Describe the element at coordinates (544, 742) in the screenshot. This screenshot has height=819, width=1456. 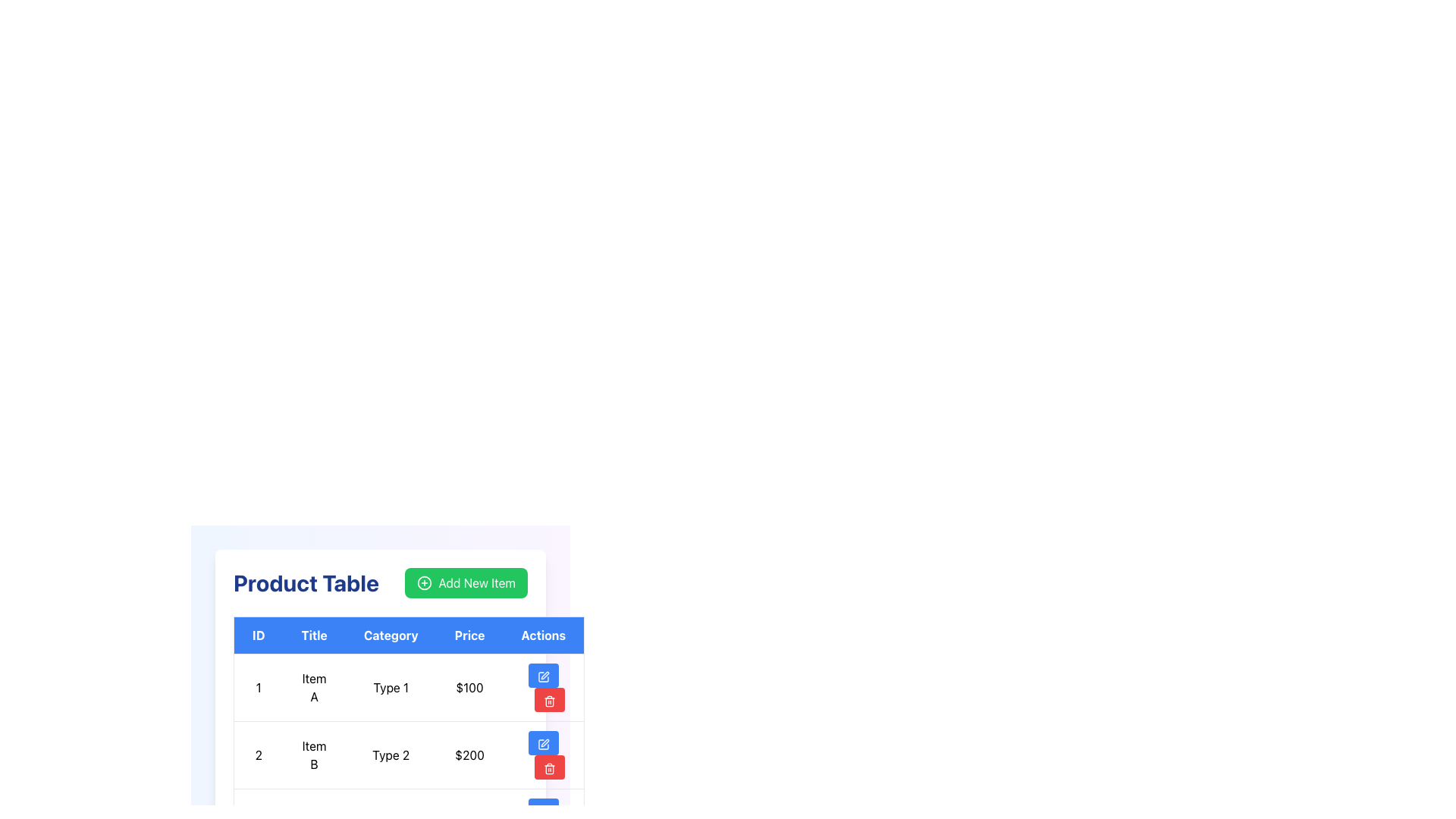
I see `the pen icon in the 'Actions' column of the second row in the table` at that location.